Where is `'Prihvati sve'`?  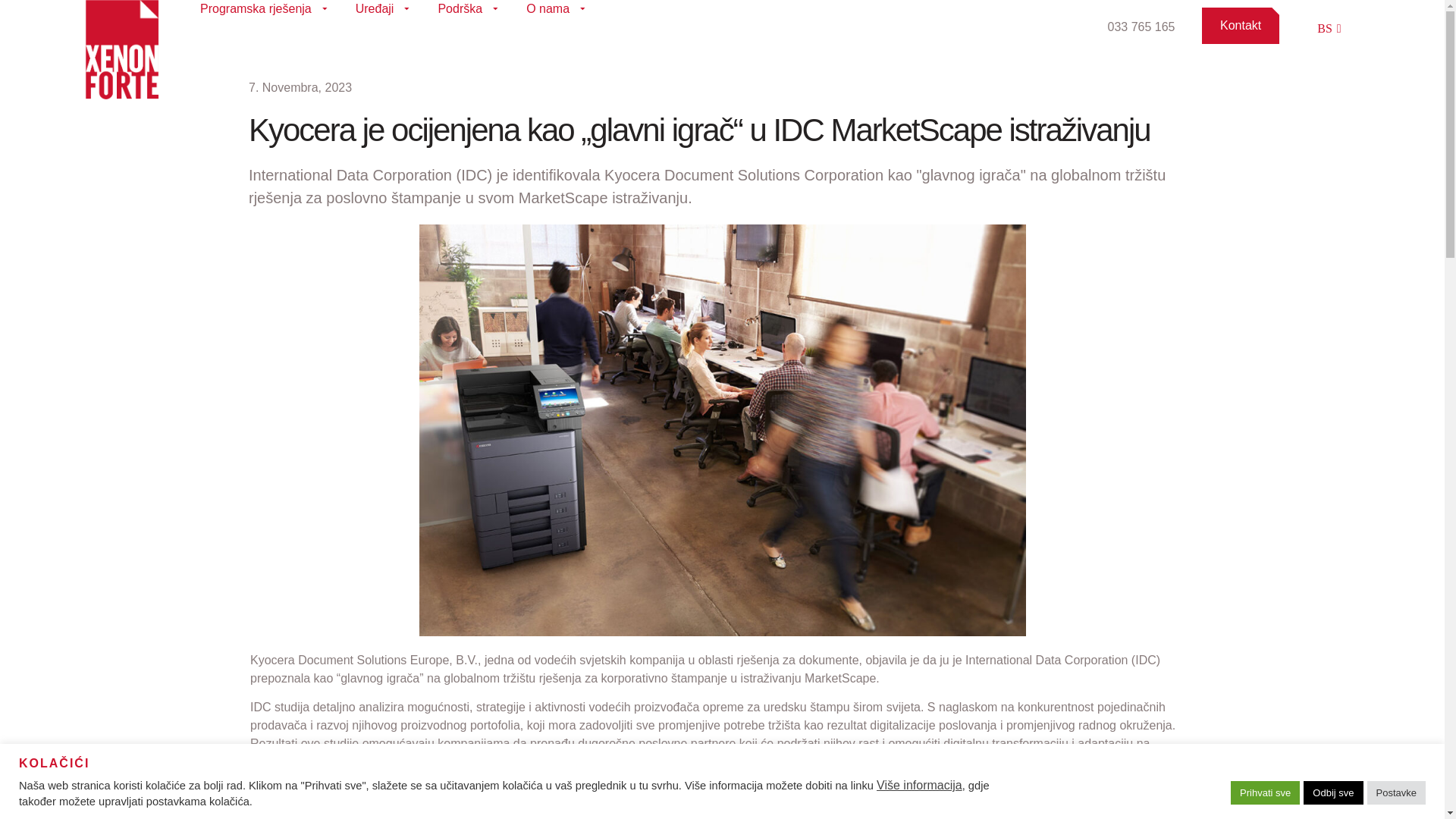
'Prihvati sve' is located at coordinates (1265, 792).